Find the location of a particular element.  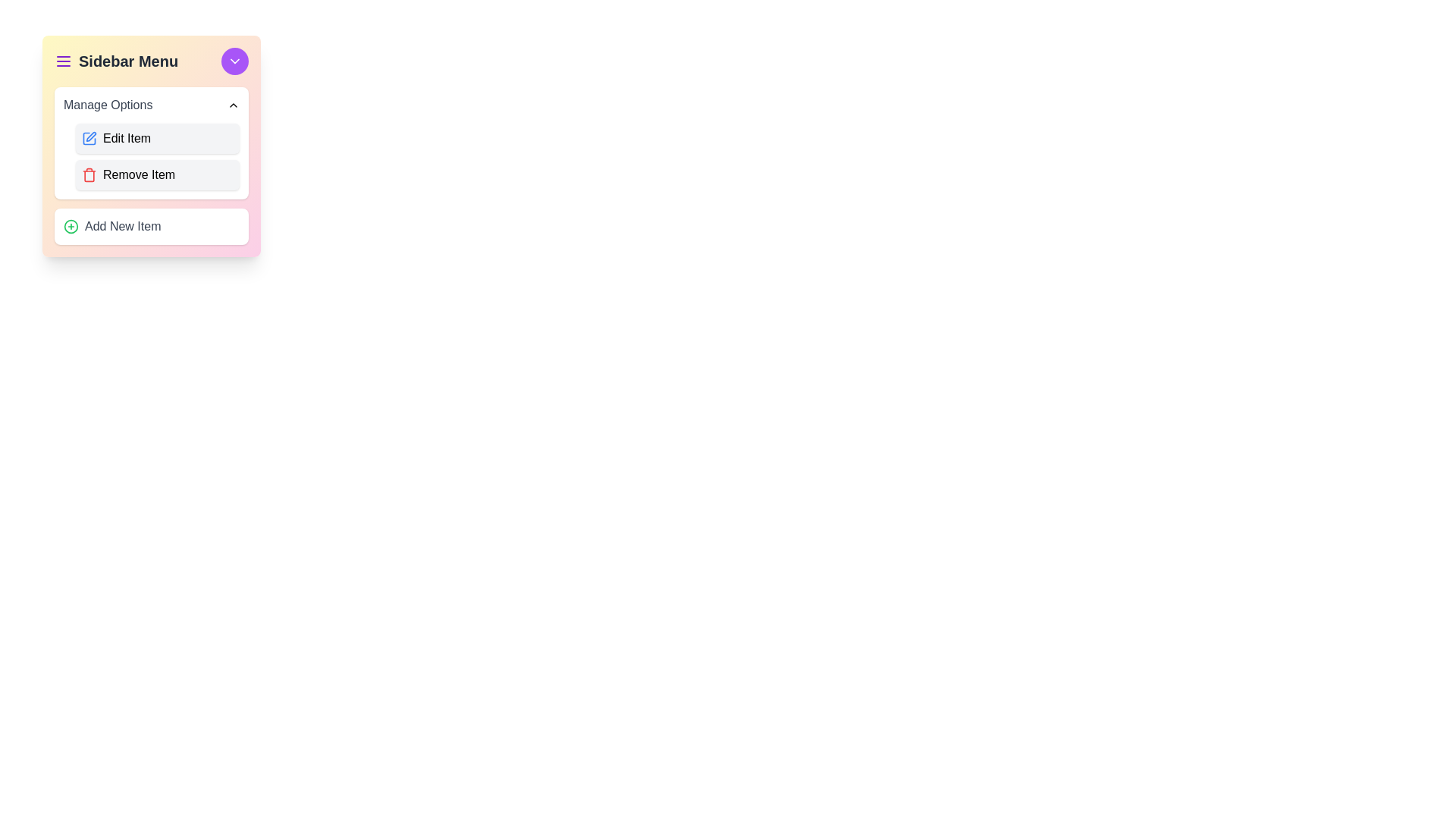

the toggle button located in the upper-right corner of the 'Sidebar Menu' is located at coordinates (234, 61).